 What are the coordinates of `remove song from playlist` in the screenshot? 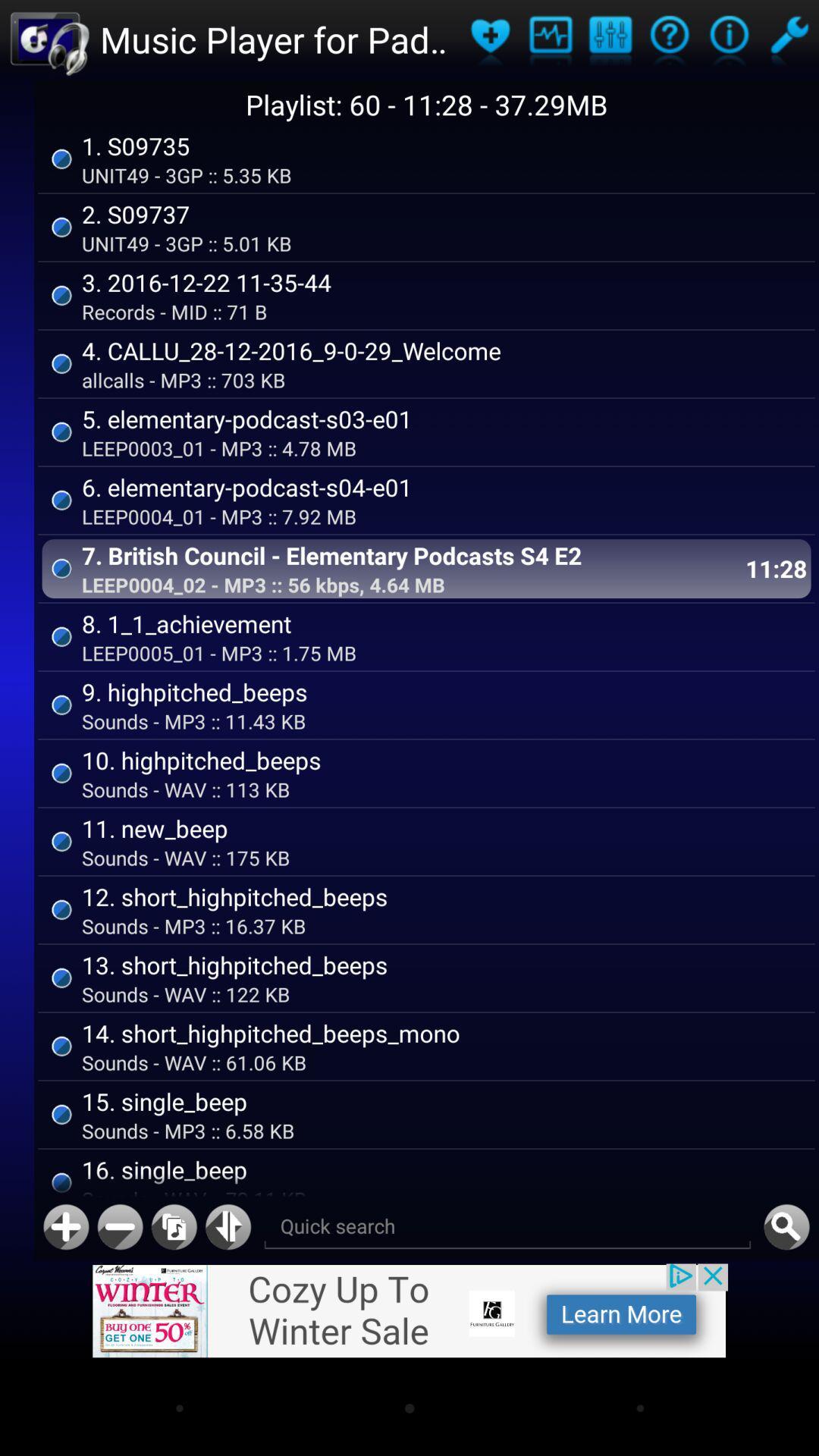 It's located at (119, 1227).